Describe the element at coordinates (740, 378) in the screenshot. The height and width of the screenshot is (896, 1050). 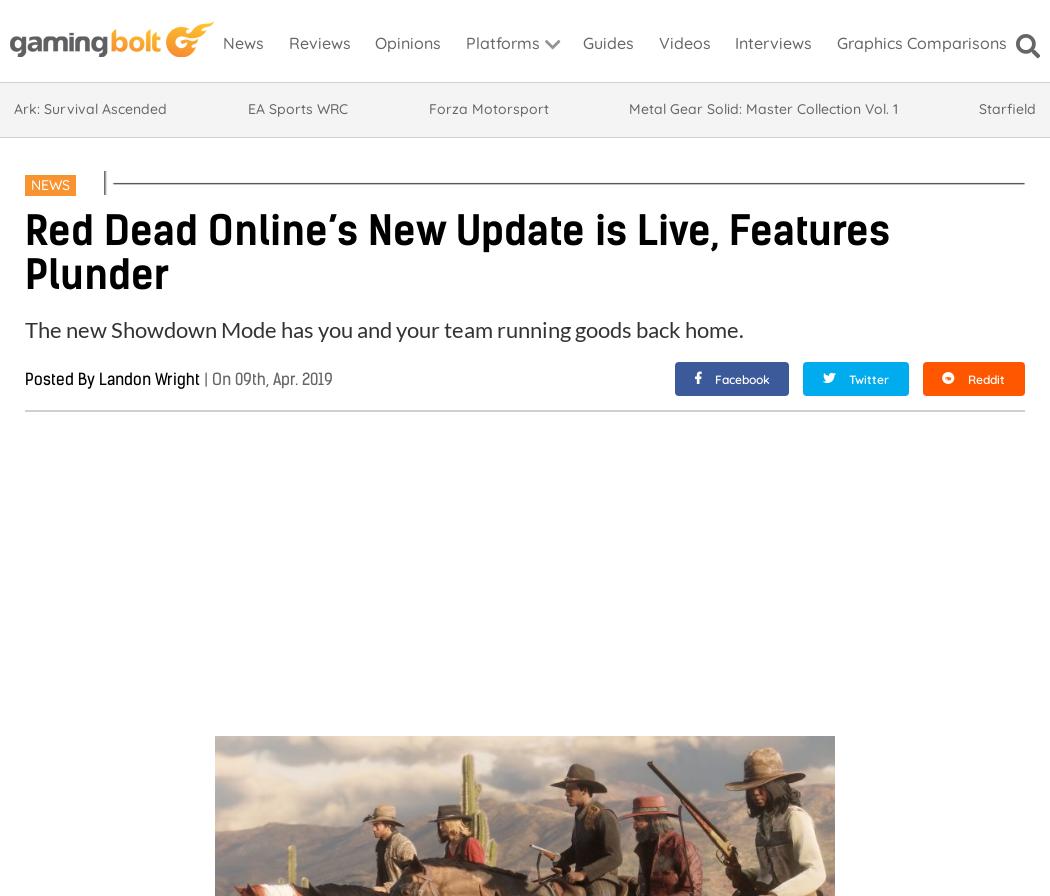
I see `'Facebook'` at that location.